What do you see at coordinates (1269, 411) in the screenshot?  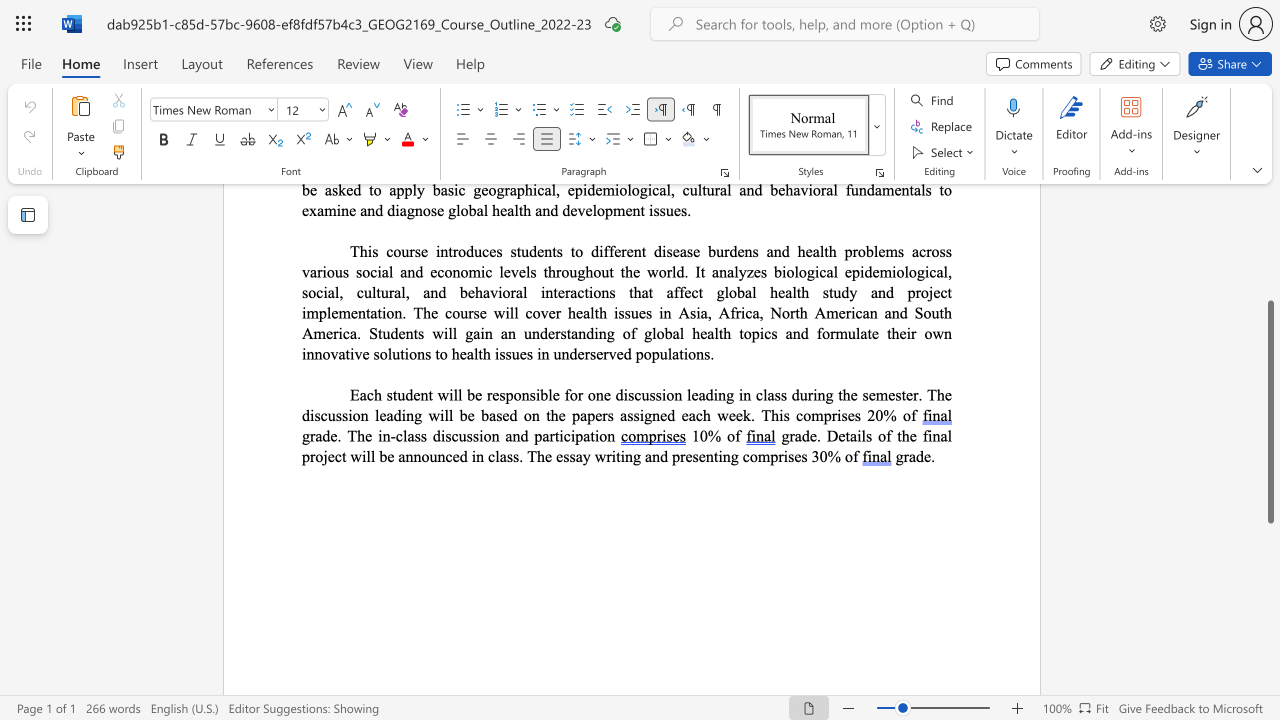 I see `the scrollbar and move up 140 pixels` at bounding box center [1269, 411].